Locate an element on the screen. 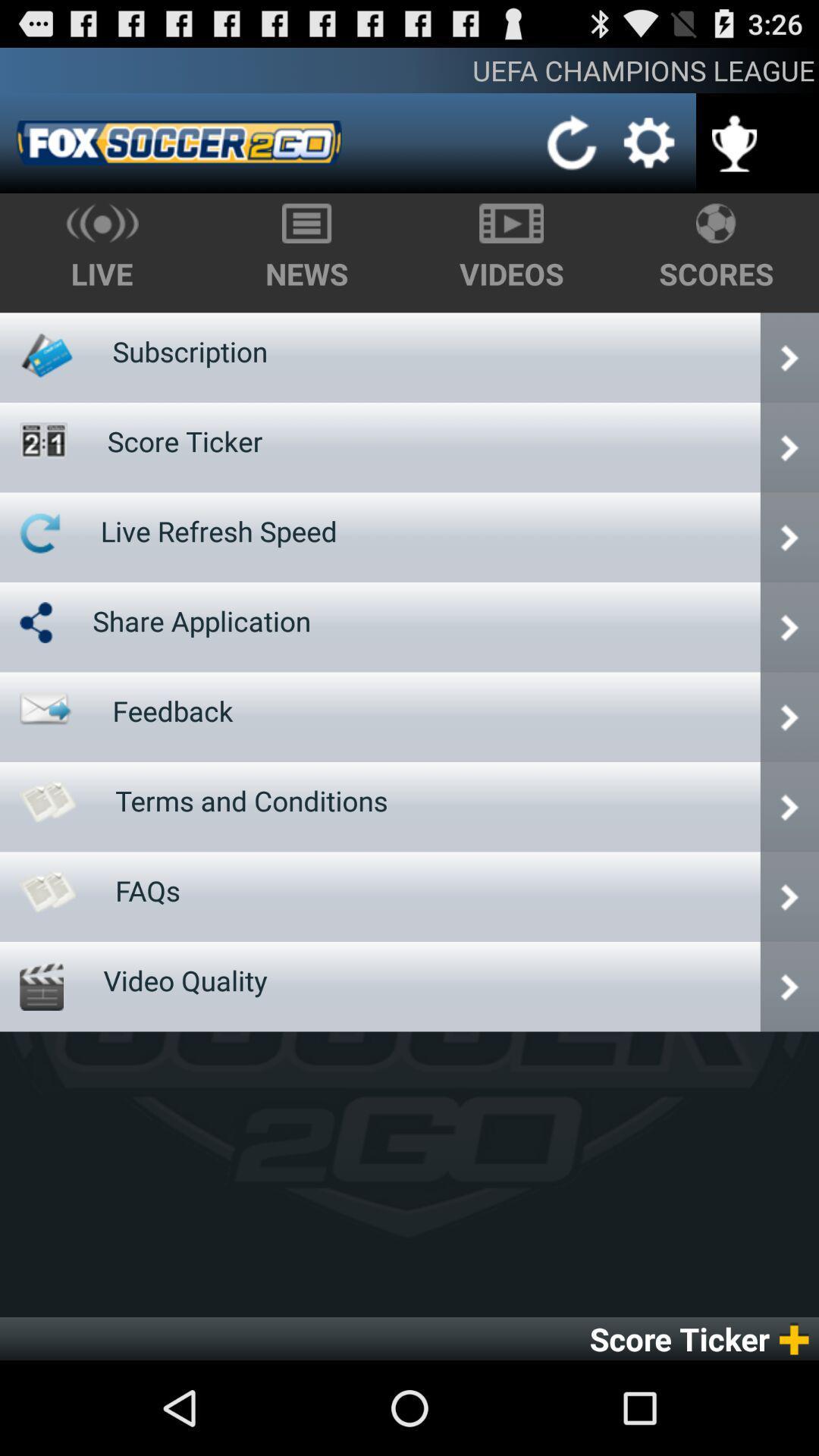  the subscription app is located at coordinates (189, 350).